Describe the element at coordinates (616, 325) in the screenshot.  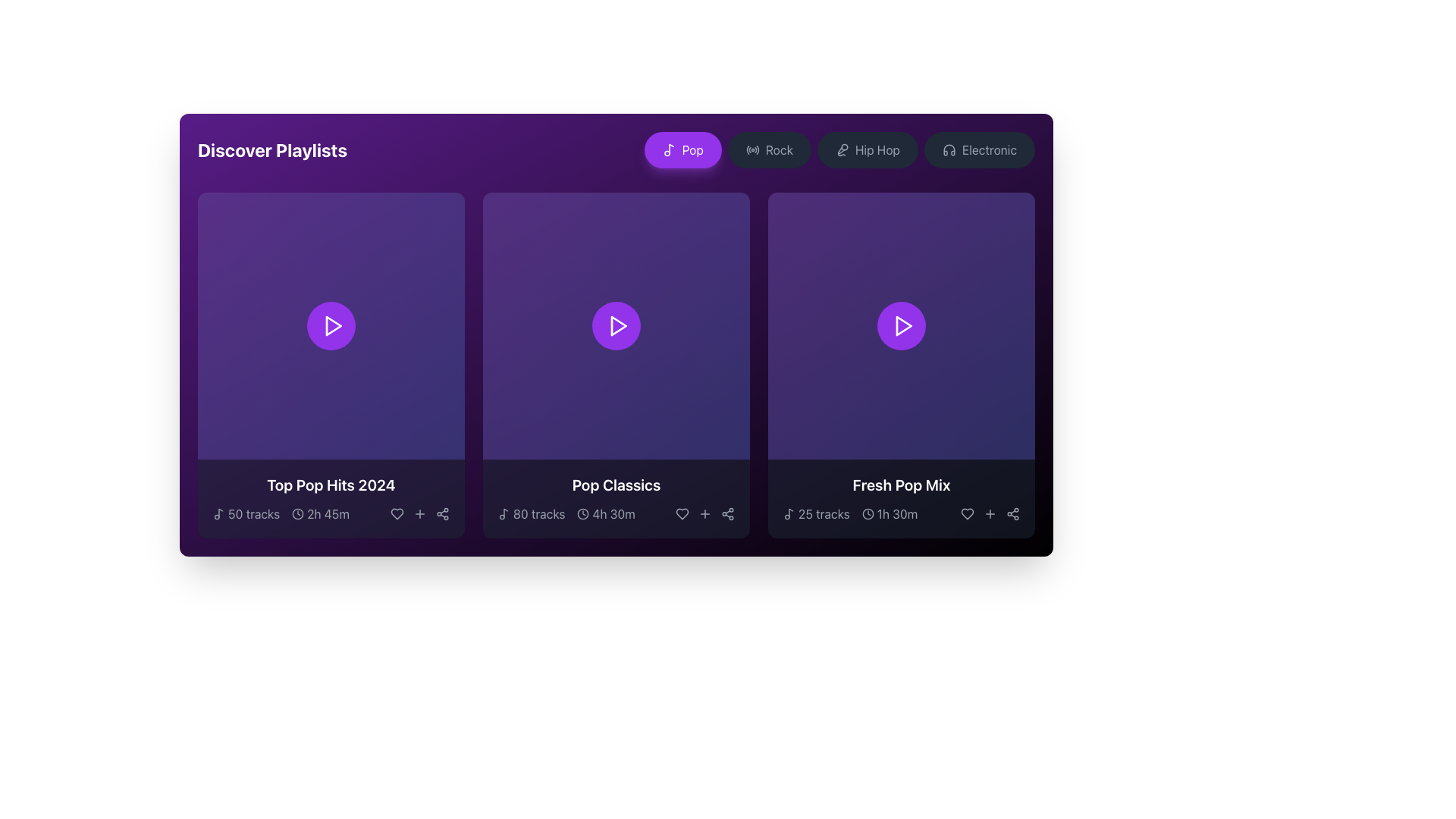
I see `the second button in the 'Pop Classics' playlist card to initiate playback` at that location.